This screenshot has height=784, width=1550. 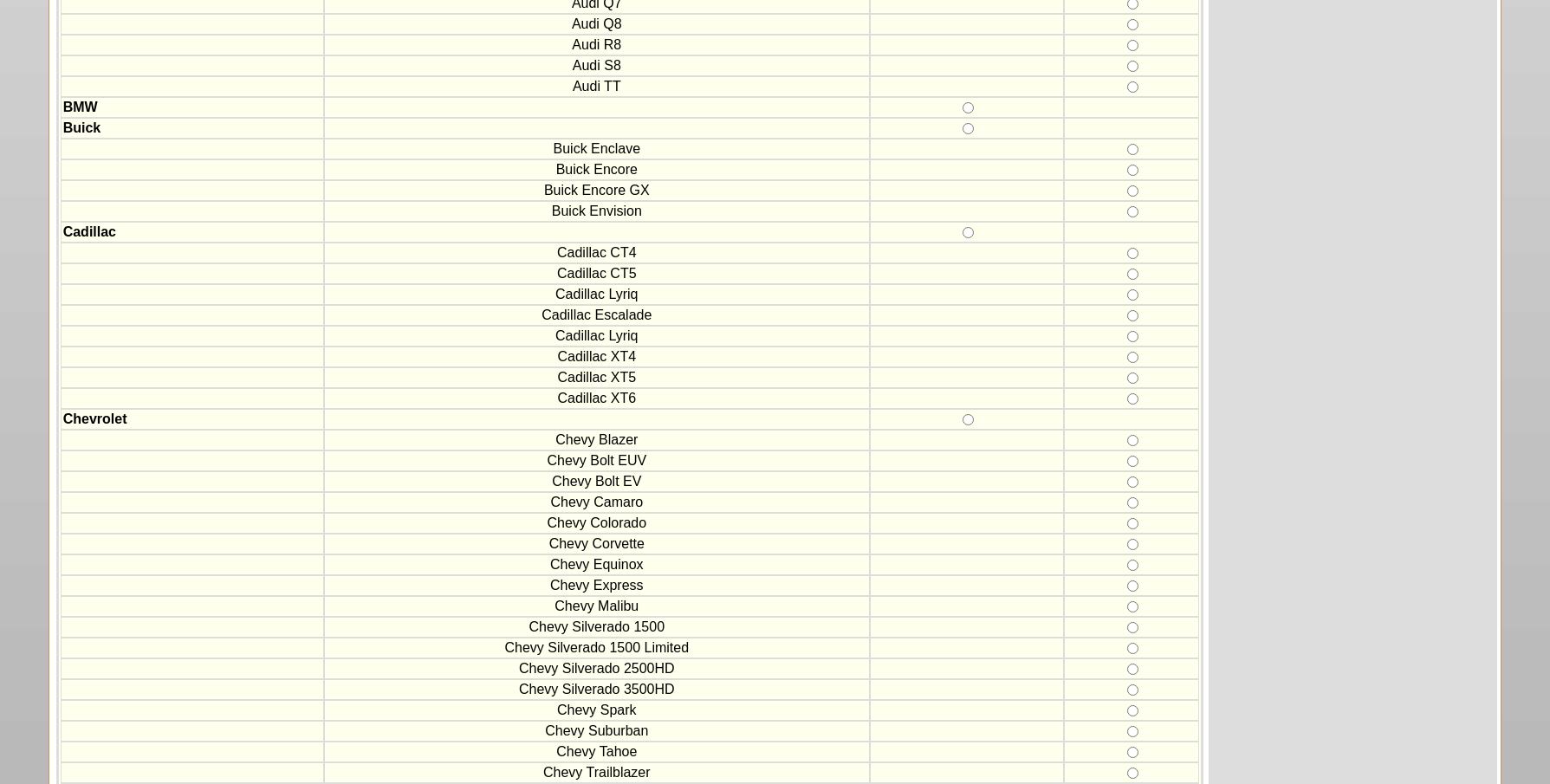 I want to click on 'Chevy Camaro', so click(x=596, y=502).